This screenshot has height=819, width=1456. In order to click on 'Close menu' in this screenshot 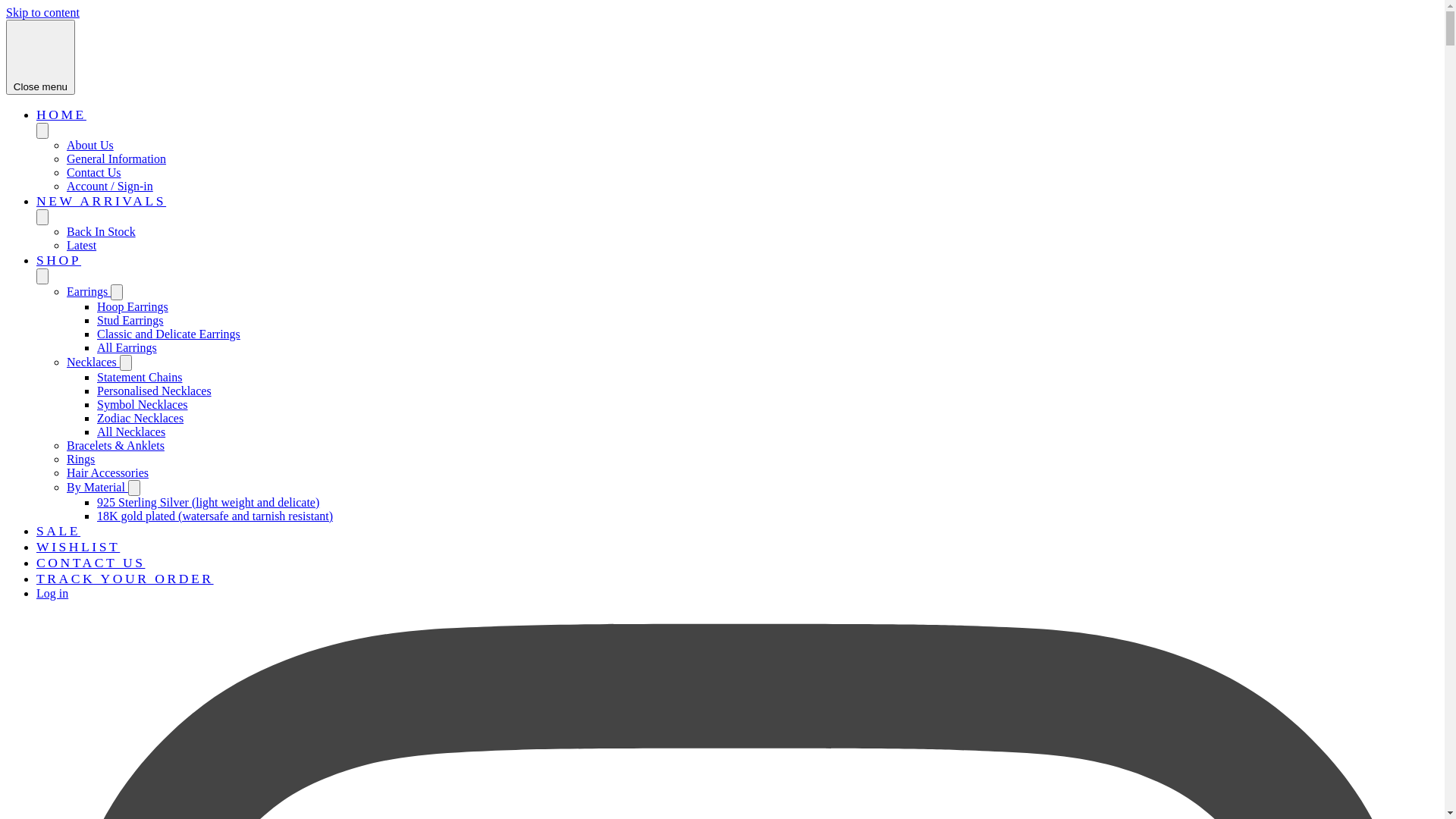, I will do `click(40, 56)`.